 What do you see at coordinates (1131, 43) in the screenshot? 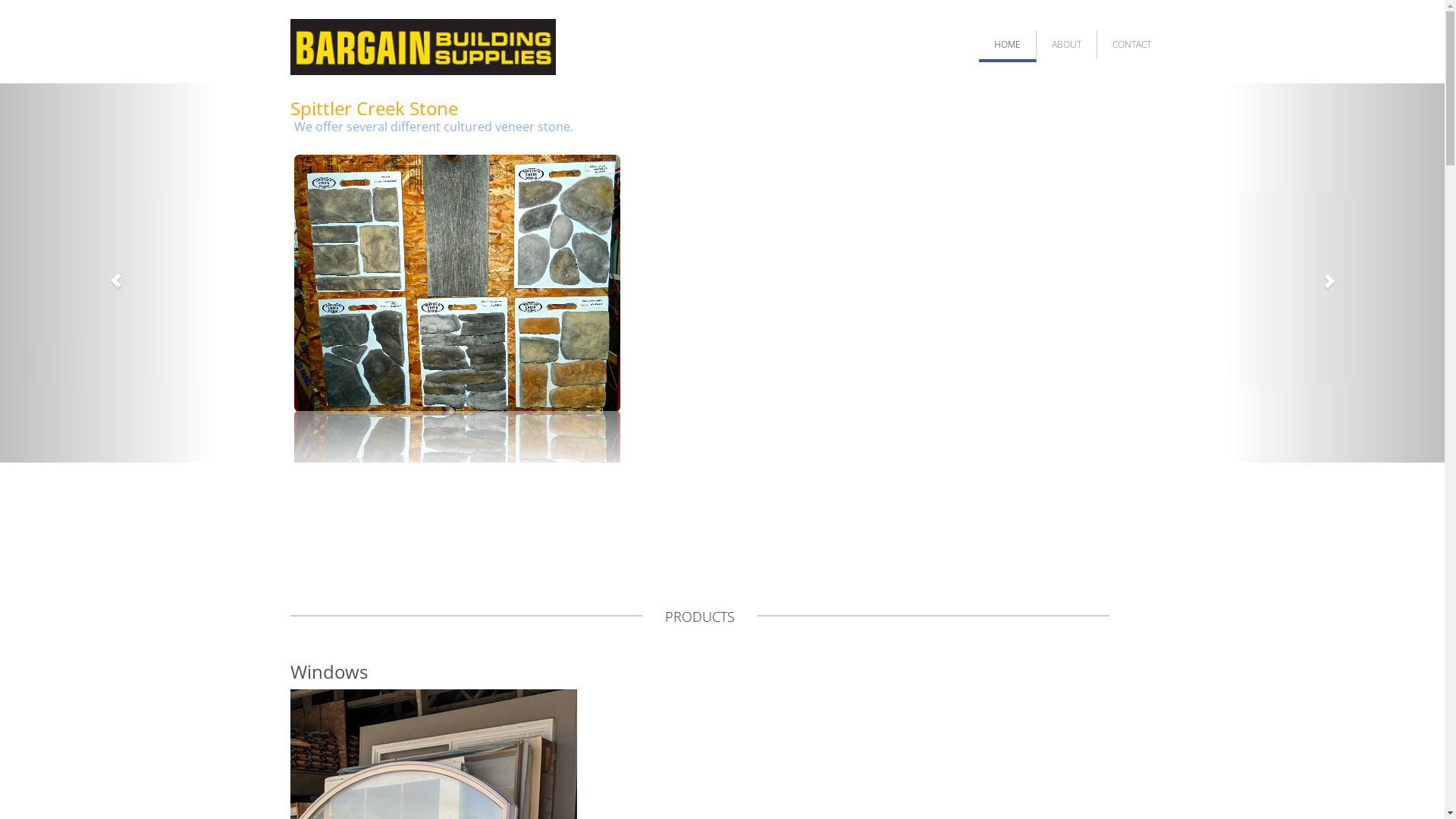
I see `'CONTACT'` at bounding box center [1131, 43].